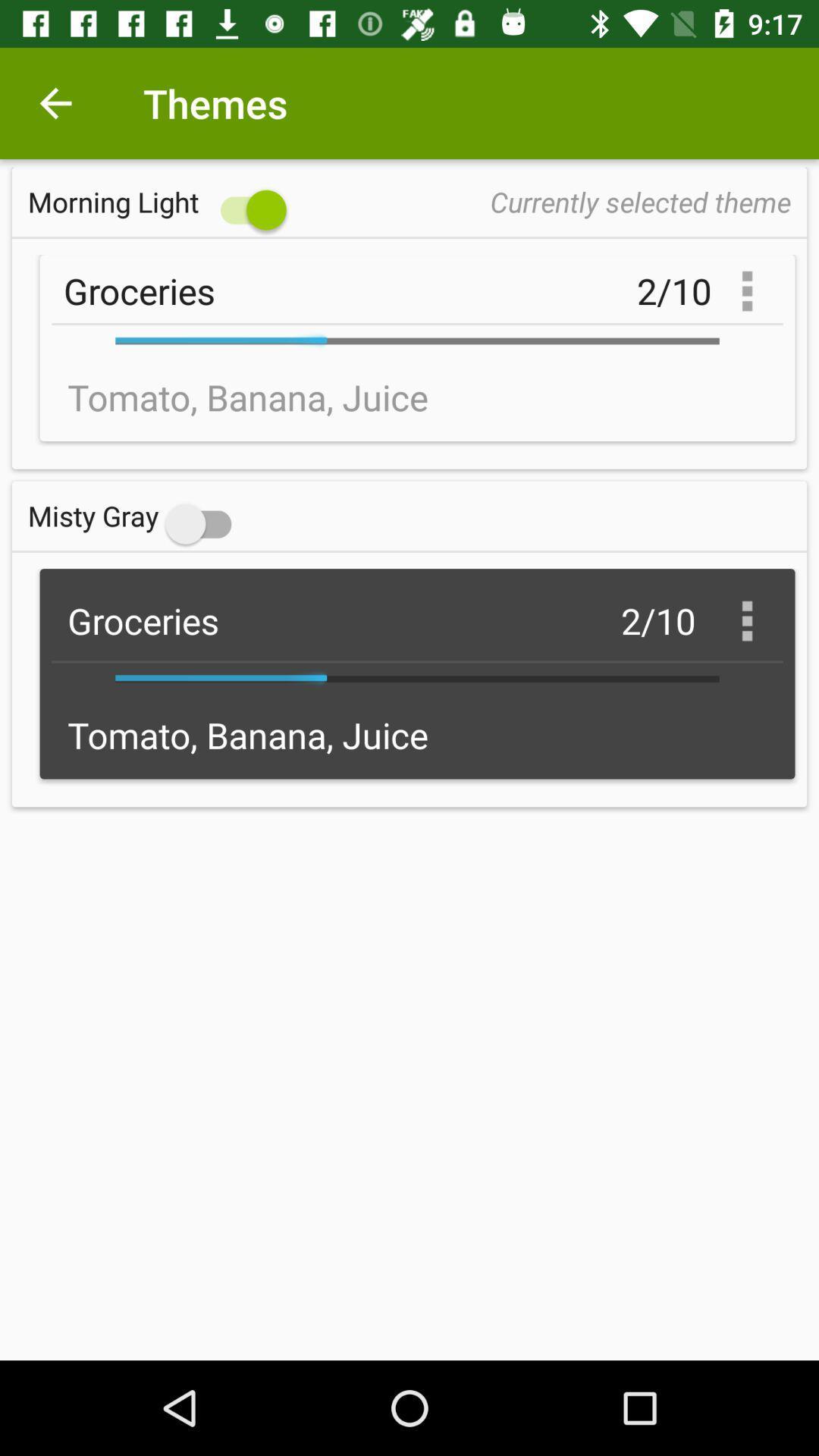 The image size is (819, 1456). What do you see at coordinates (418, 347) in the screenshot?
I see `the text under the morning light` at bounding box center [418, 347].